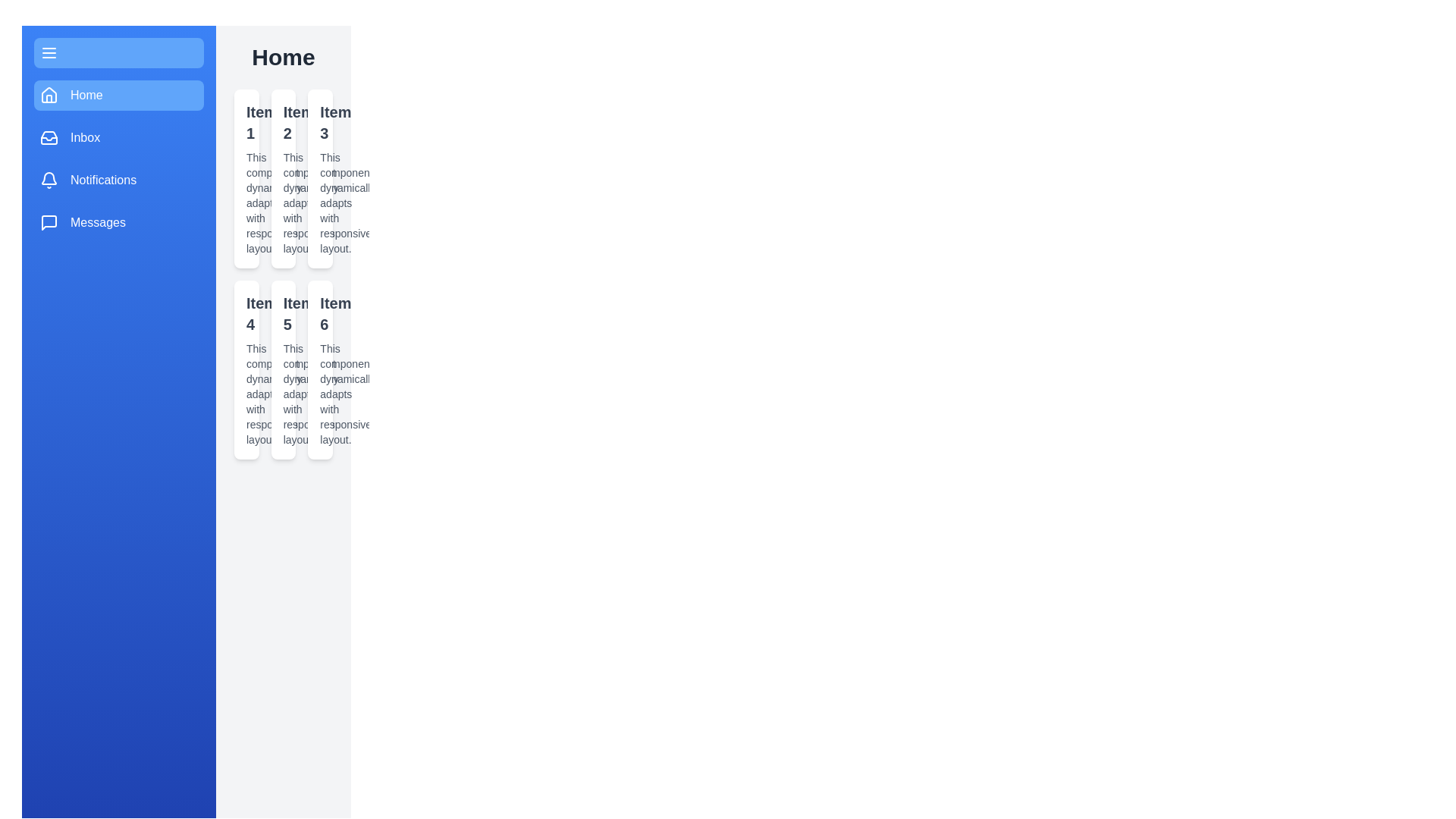 The image size is (1456, 819). I want to click on the bell icon SVG graphic located in the third slot from the top of the vertical sidebar menu, adjacent, so click(49, 180).